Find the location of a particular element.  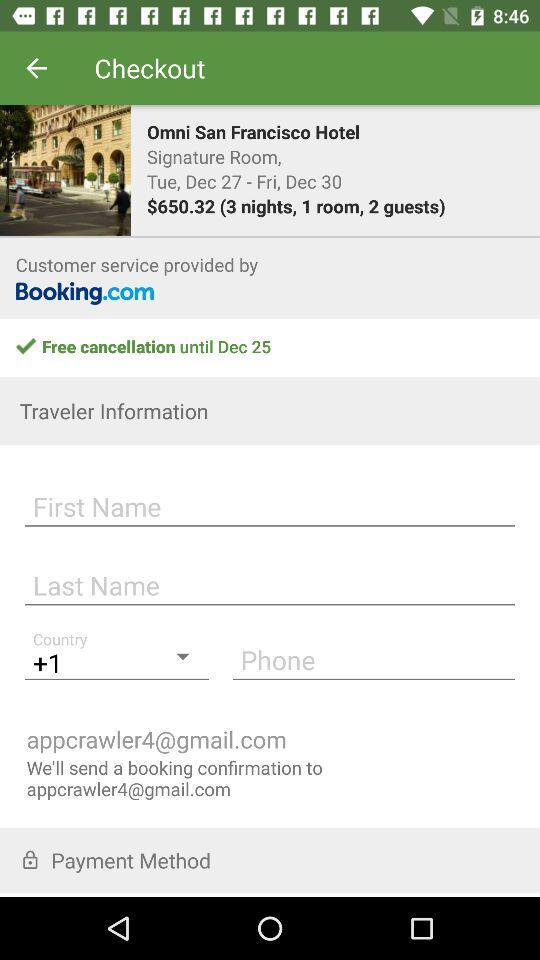

item at the bottom right corner is located at coordinates (373, 658).